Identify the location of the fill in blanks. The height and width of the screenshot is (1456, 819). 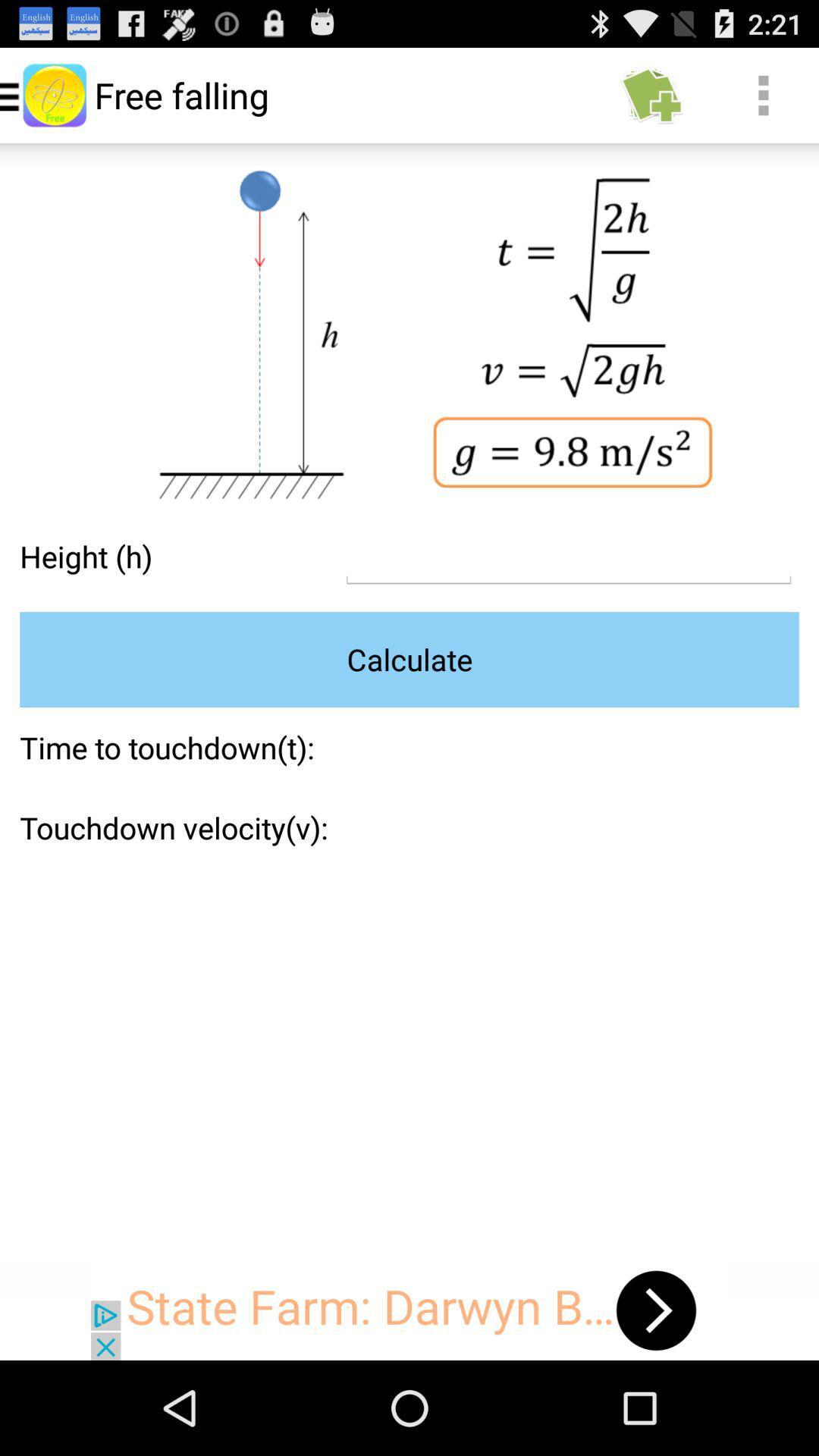
(568, 556).